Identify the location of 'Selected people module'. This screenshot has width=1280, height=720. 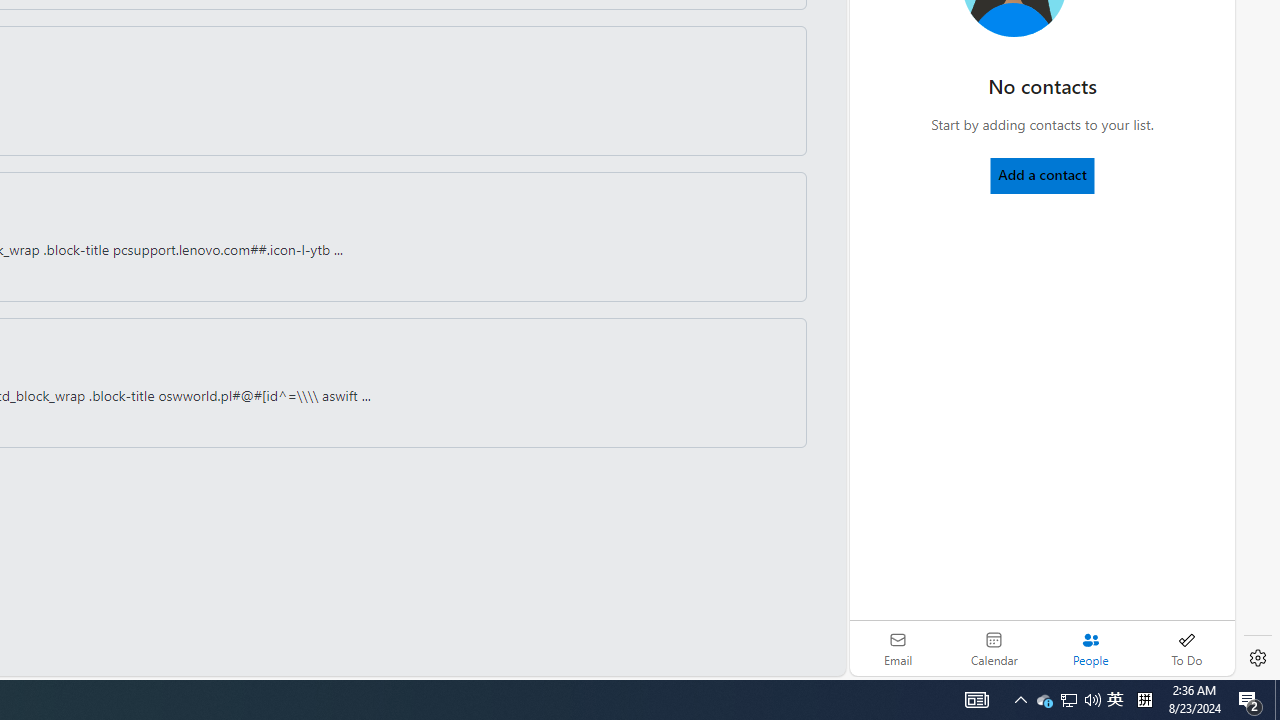
(1089, 648).